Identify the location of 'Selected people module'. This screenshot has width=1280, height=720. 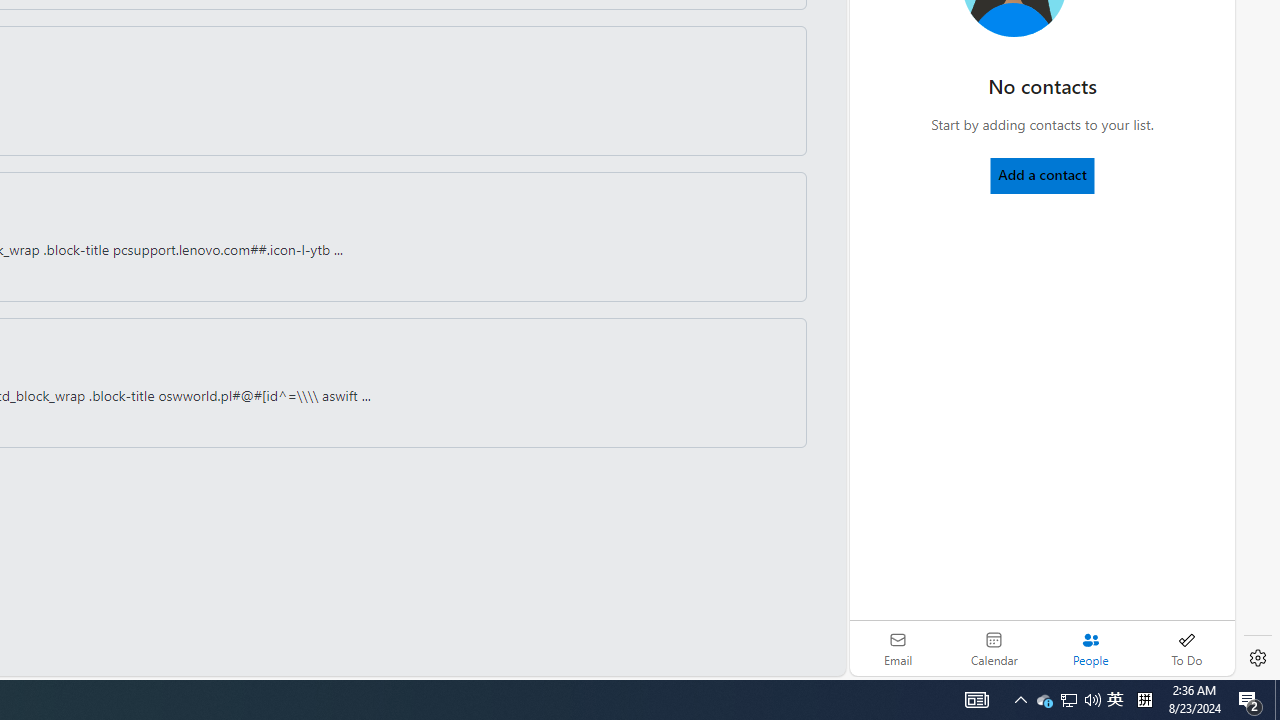
(1089, 648).